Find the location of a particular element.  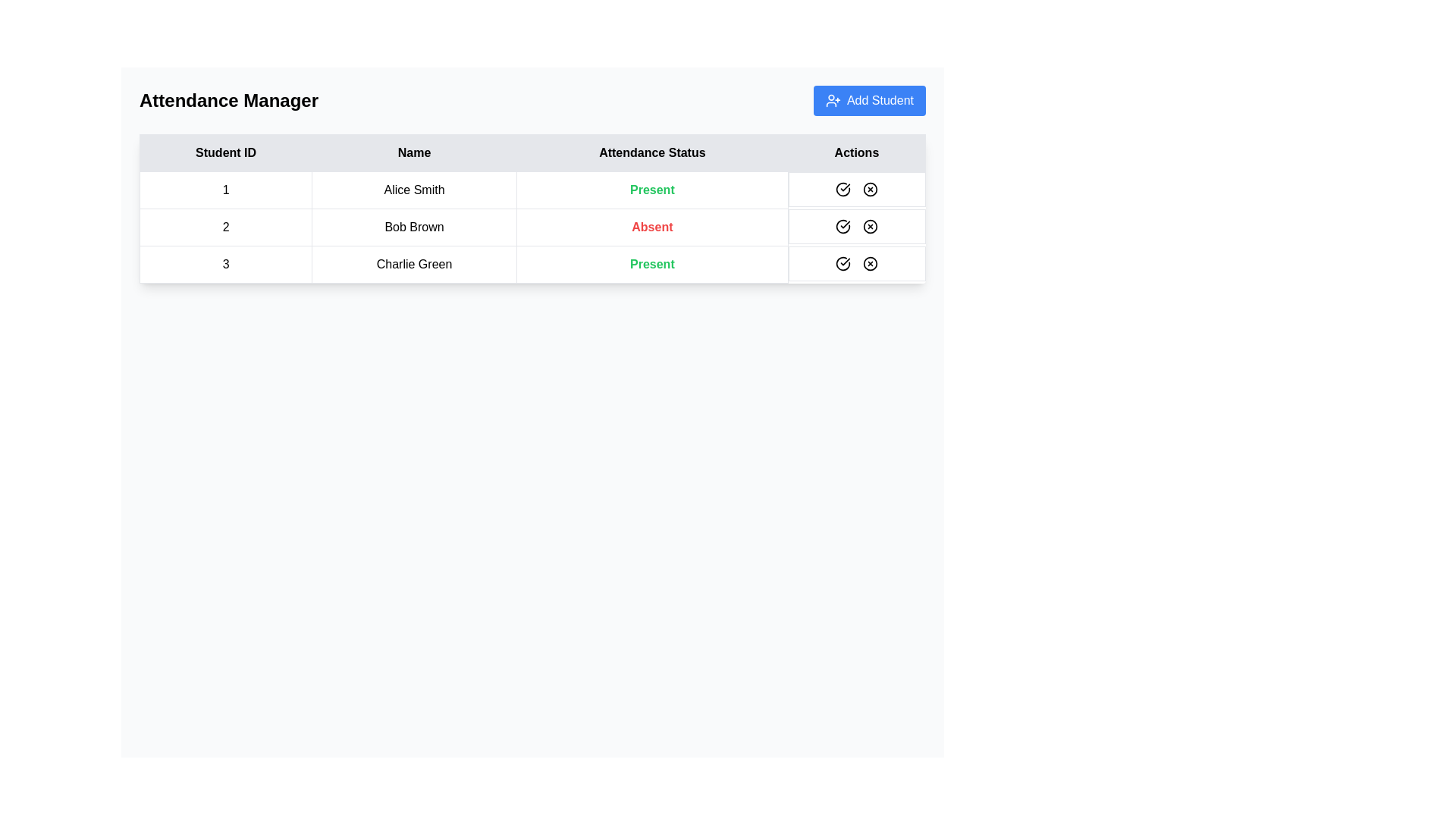

the 'Attendance Manager' text label, which serves as the title for the interface, located at the top-left of the page is located at coordinates (228, 100).